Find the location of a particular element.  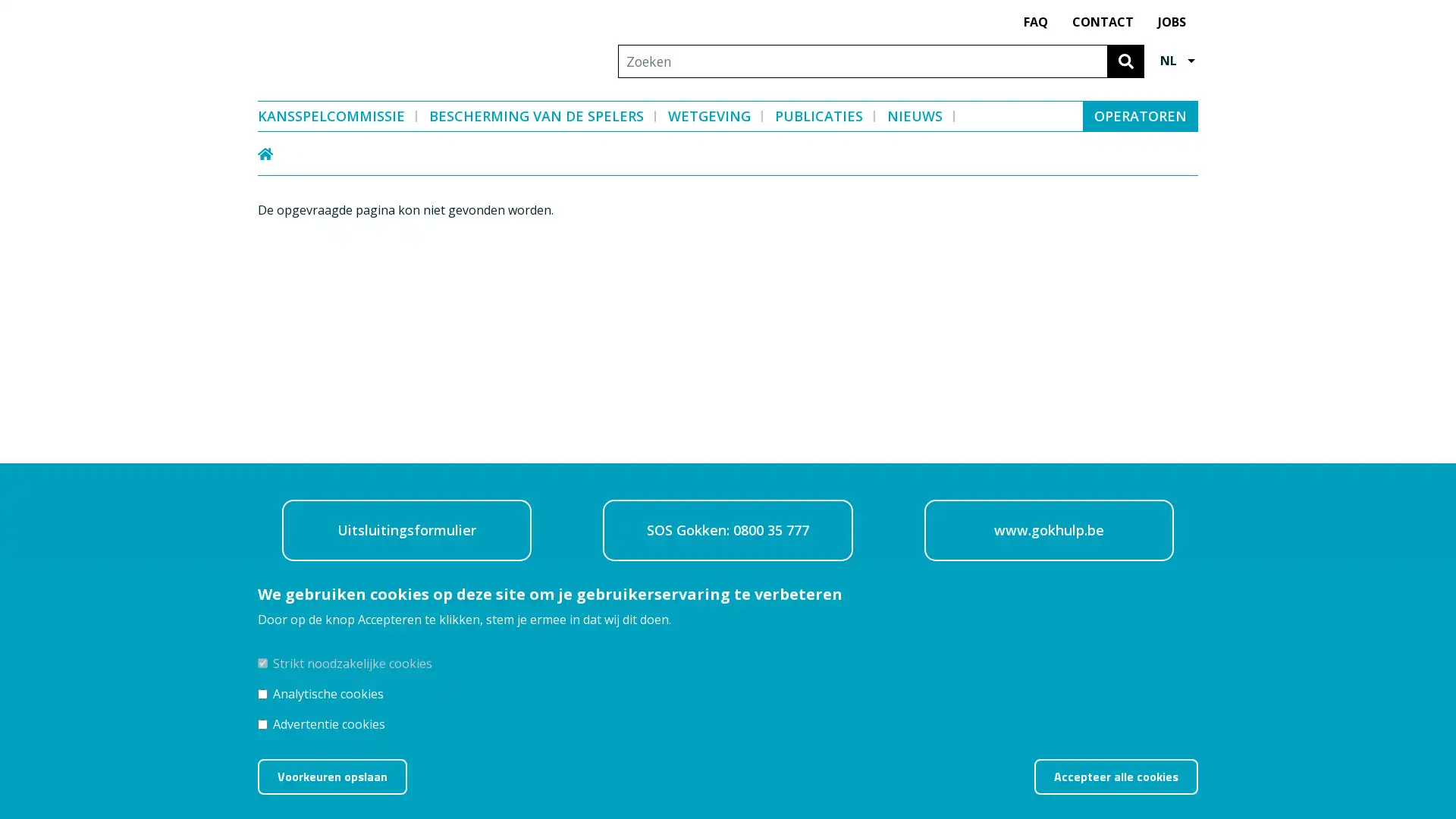

Other languages is located at coordinates (1192, 60).